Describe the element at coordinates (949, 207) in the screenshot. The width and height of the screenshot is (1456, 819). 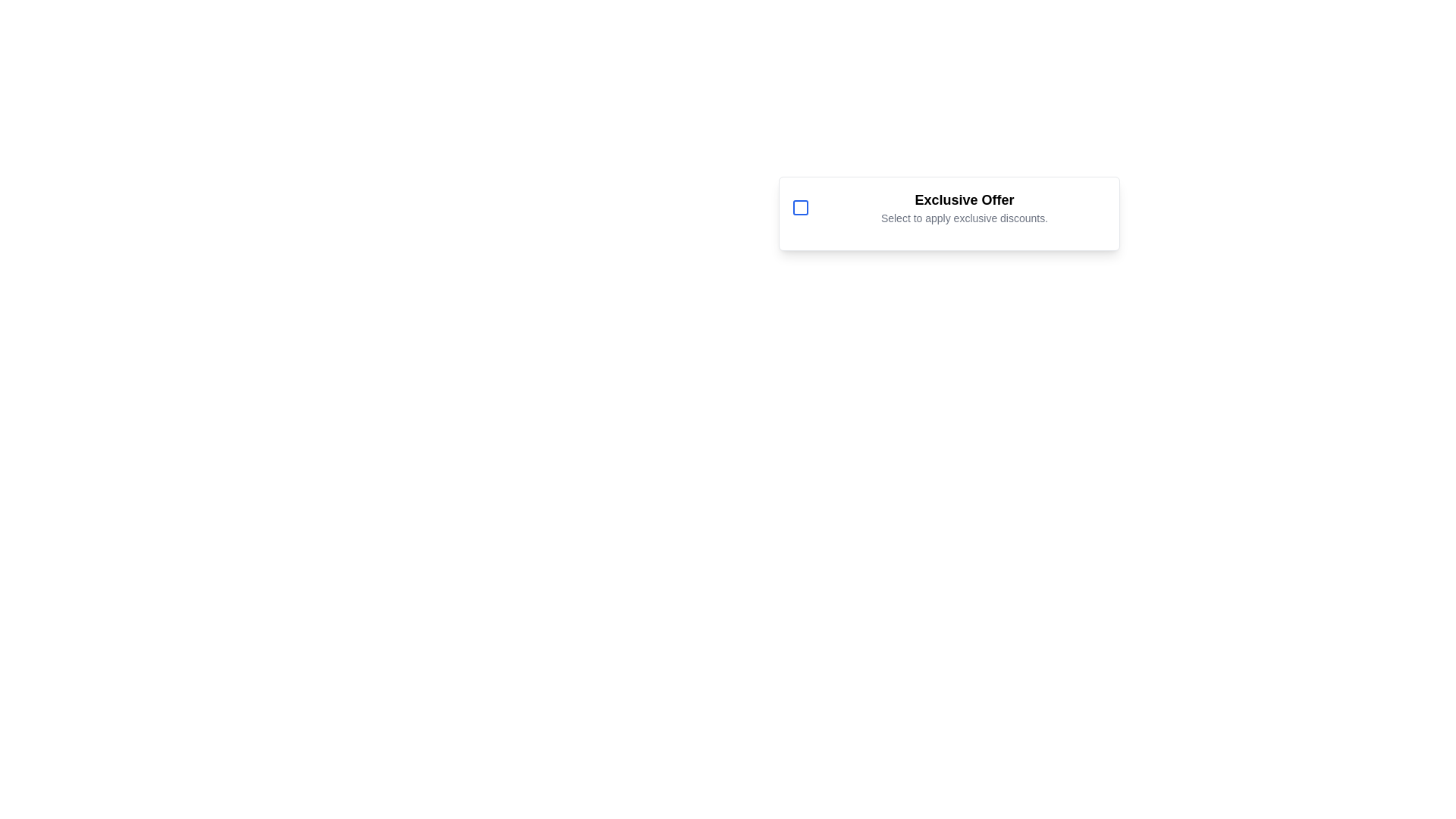
I see `the 'Exclusive Offer' checkbox element within the Information section, which is styled in bold with a smaller text below it, located in a white, rounded box` at that location.